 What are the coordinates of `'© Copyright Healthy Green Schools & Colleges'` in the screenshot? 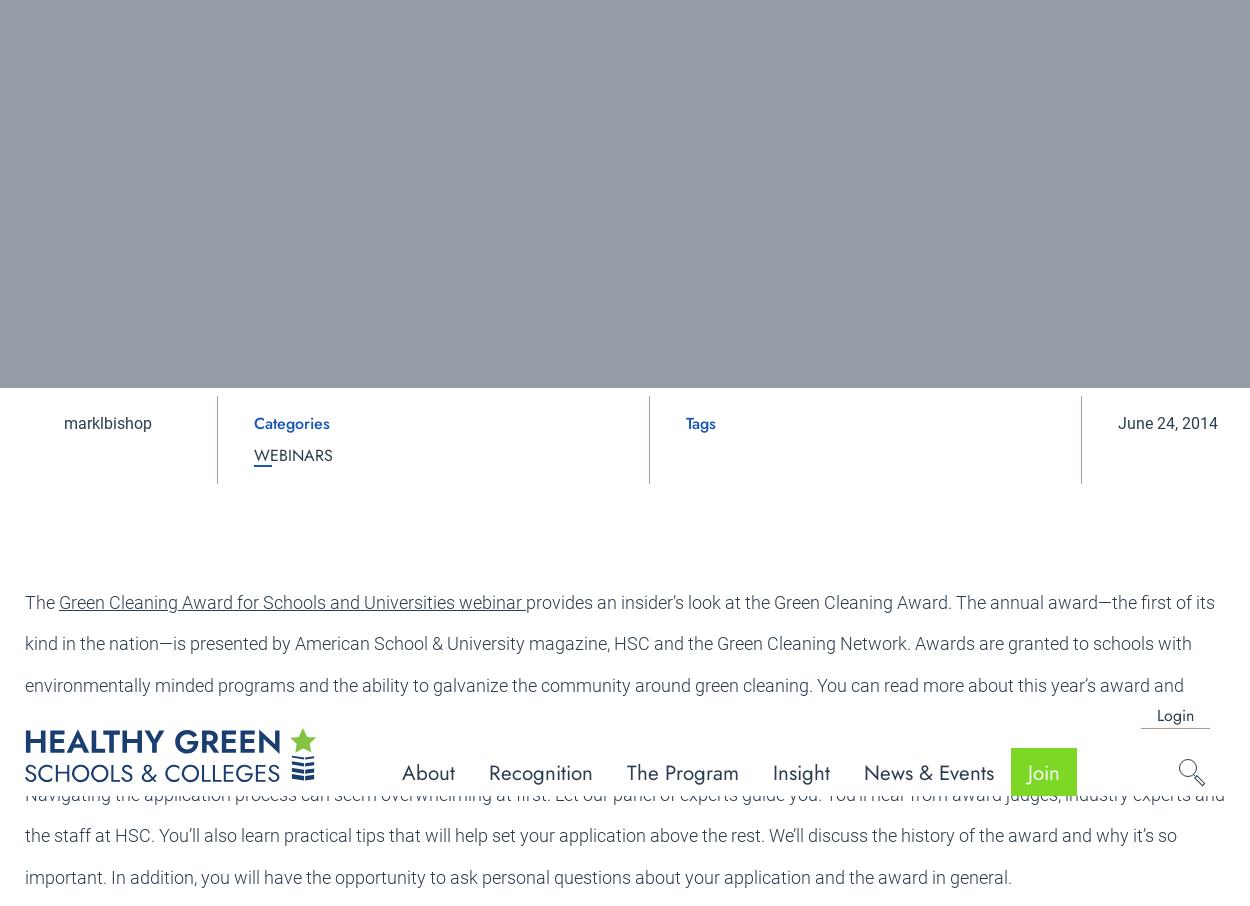 It's located at (1081, 811).